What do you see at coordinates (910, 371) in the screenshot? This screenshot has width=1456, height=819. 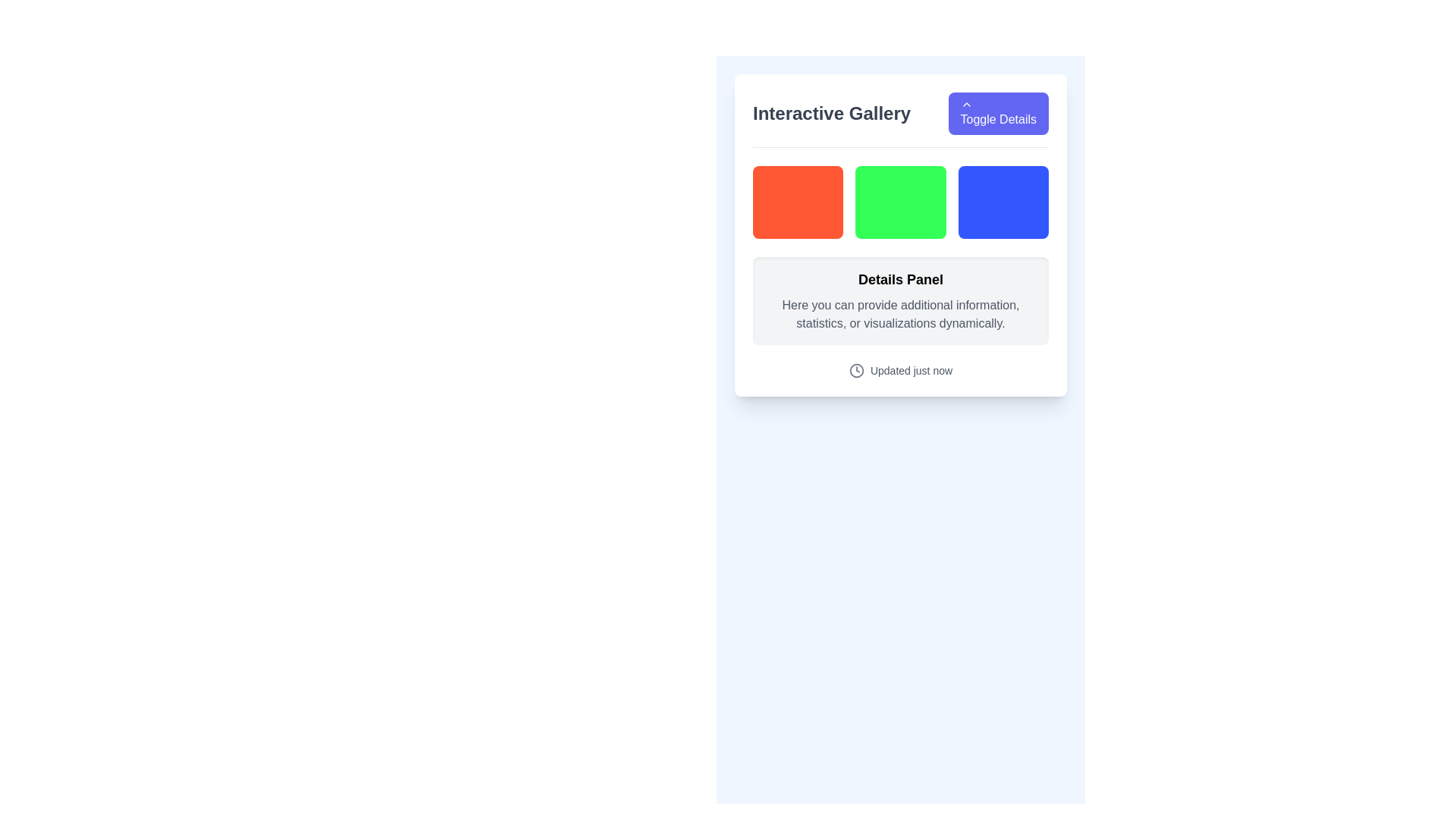 I see `the timestamp or status indicator text located at the bottom center of the card-like panel, positioned to the right of the clock icon` at bounding box center [910, 371].